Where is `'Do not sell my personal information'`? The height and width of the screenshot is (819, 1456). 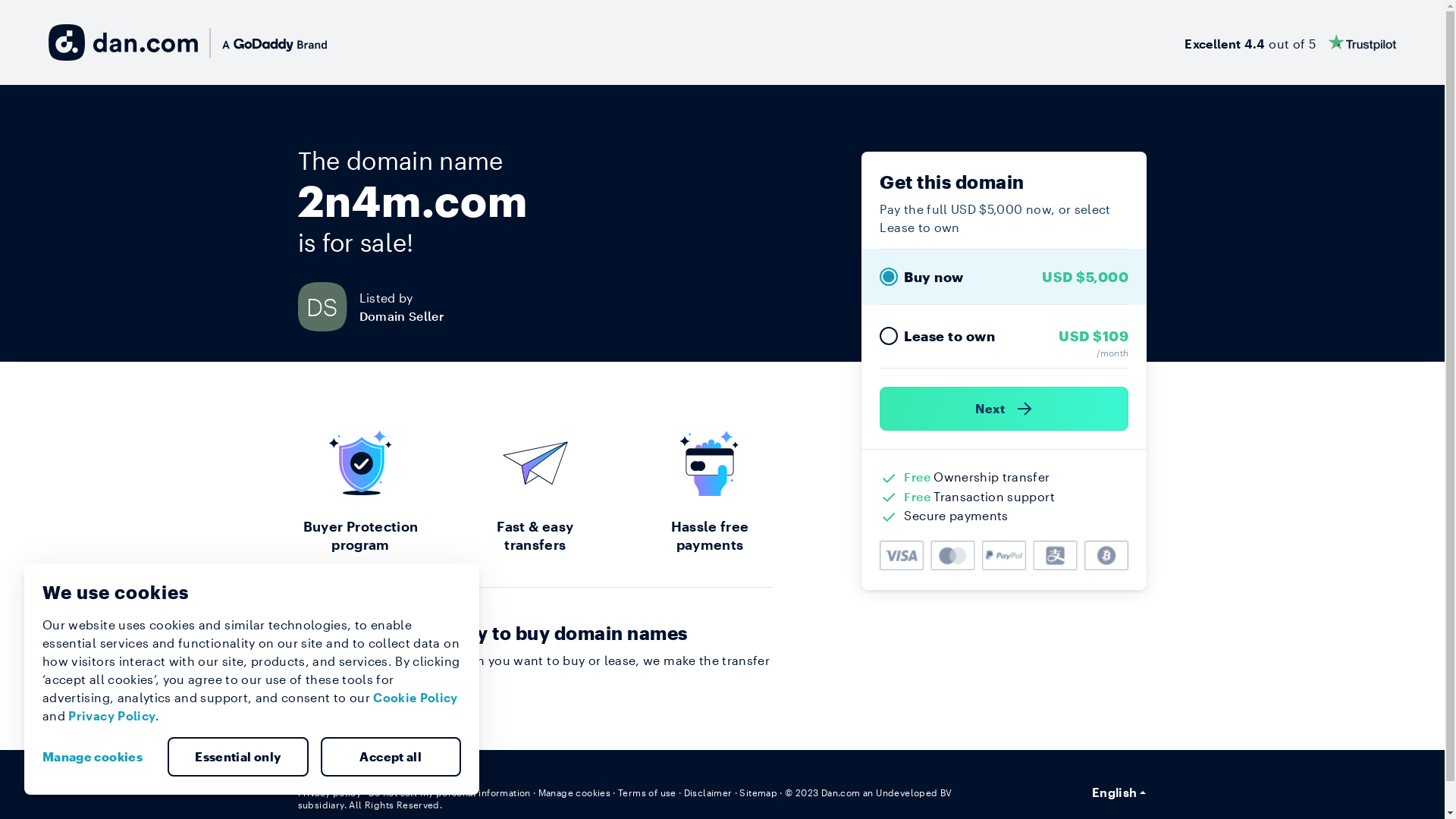
'Do not sell my personal information' is located at coordinates (449, 792).